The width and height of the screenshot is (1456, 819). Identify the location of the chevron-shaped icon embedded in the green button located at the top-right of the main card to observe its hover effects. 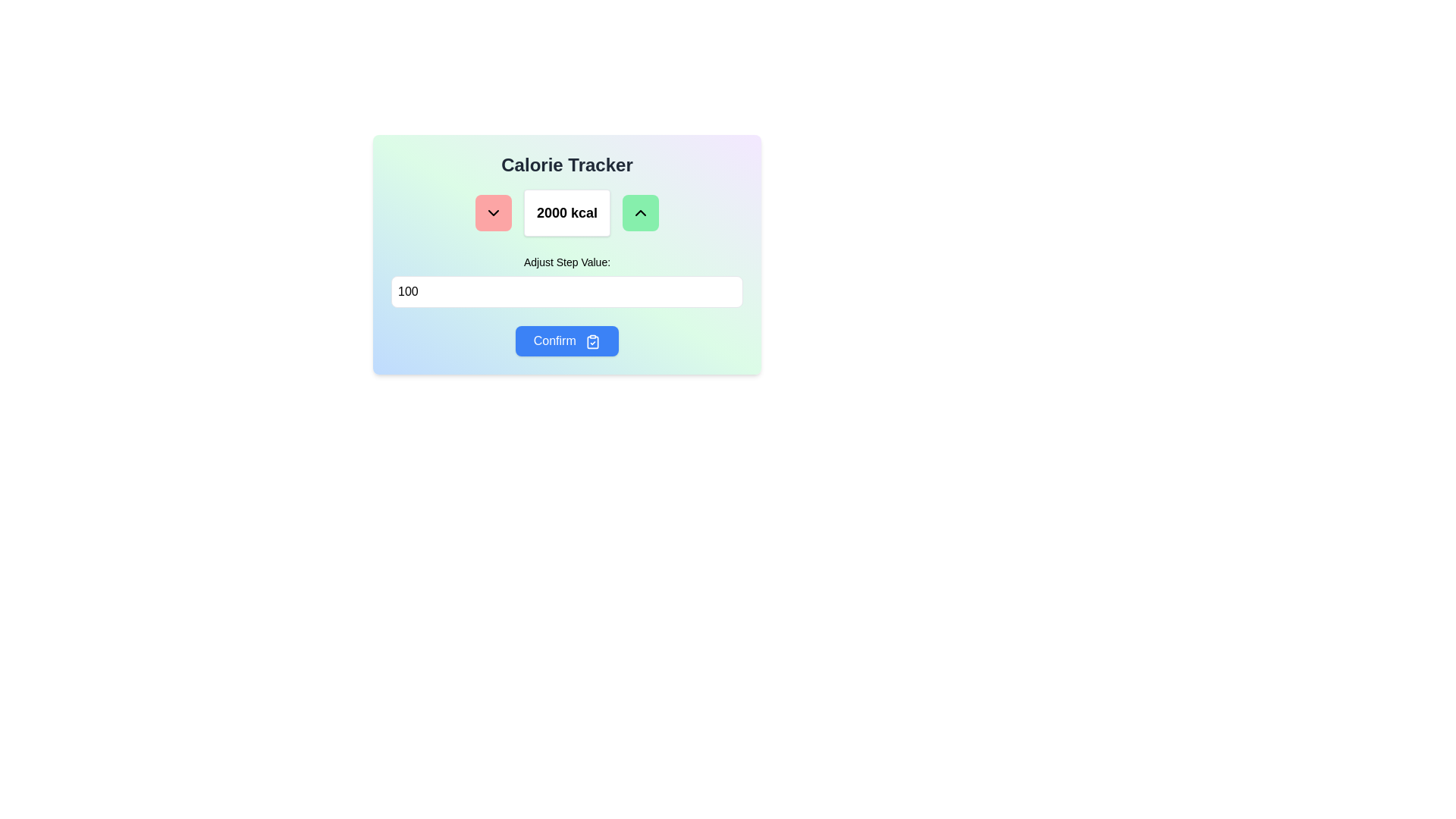
(640, 213).